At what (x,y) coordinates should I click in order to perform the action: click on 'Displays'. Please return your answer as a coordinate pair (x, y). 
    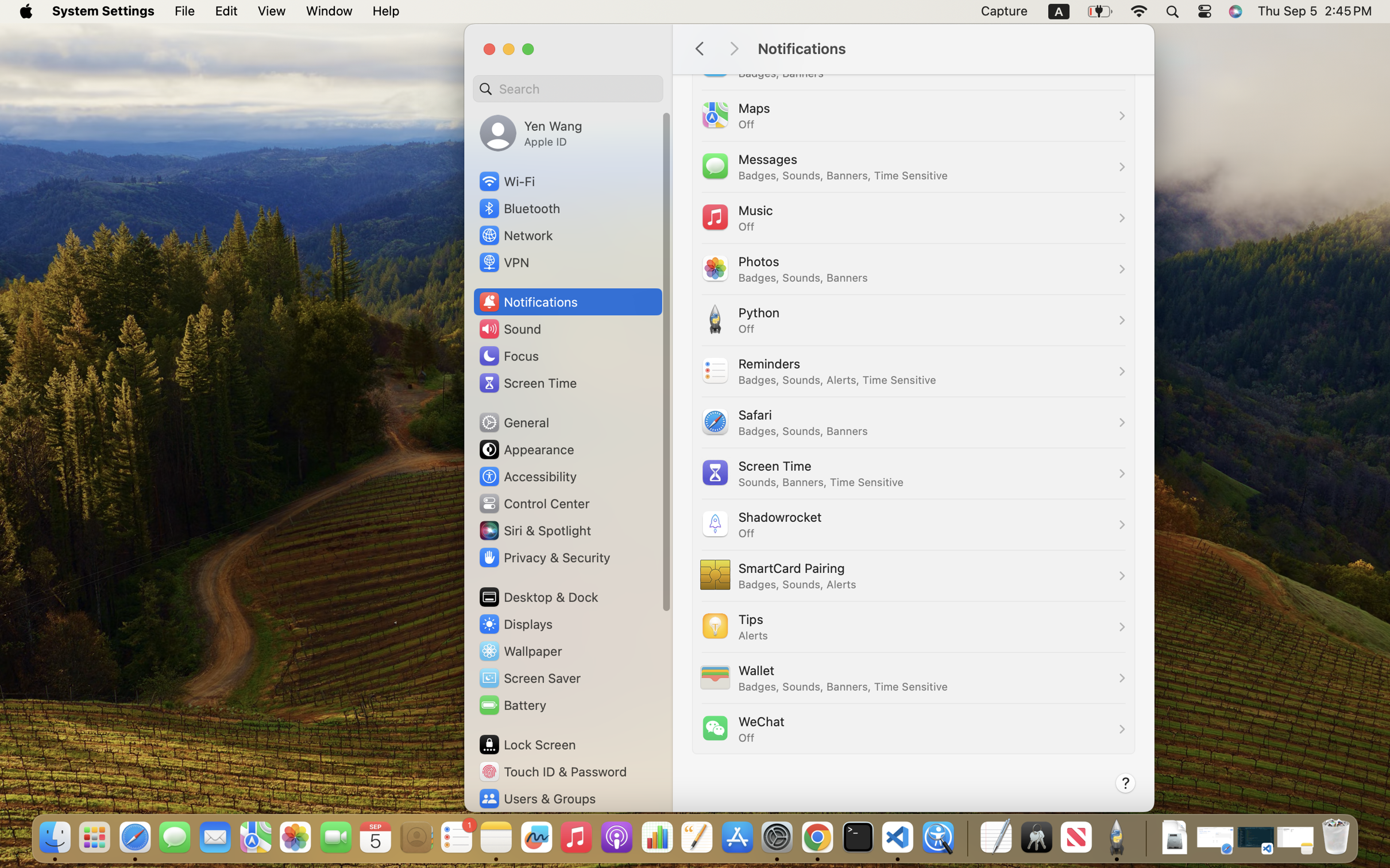
    Looking at the image, I should click on (515, 624).